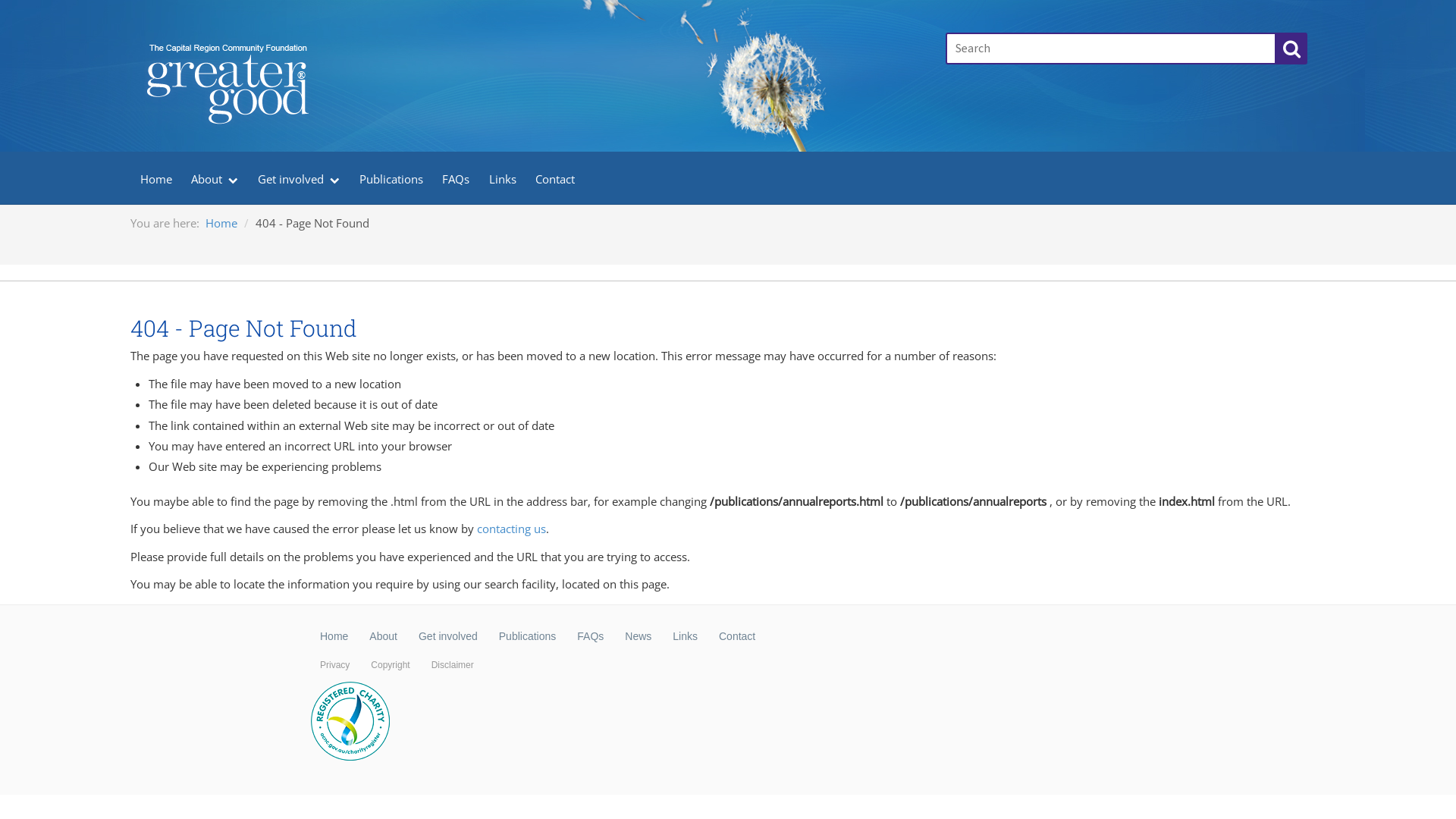 This screenshot has width=1456, height=819. Describe the element at coordinates (1291, 48) in the screenshot. I see `'Search'` at that location.